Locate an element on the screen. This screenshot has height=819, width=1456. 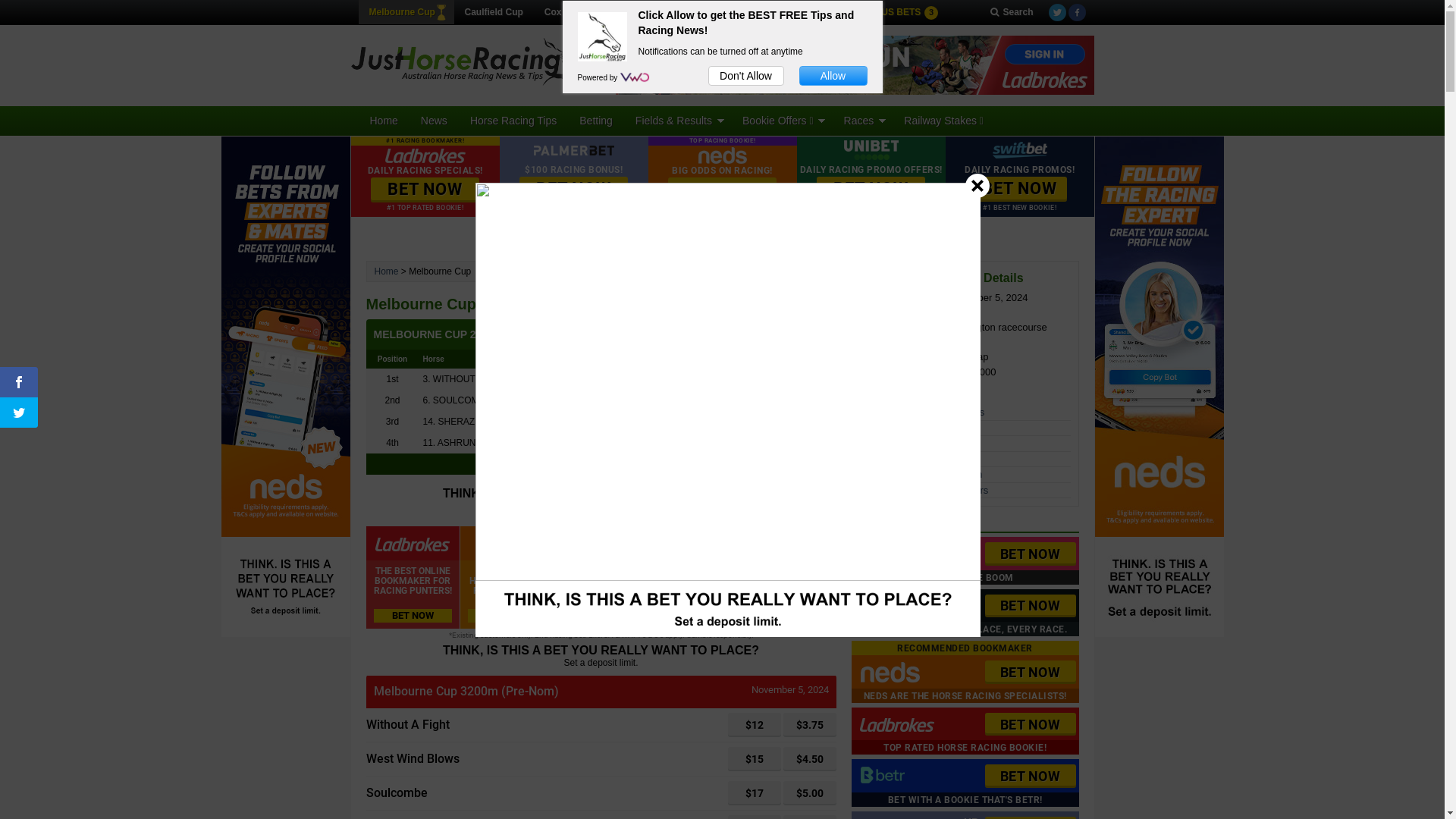
'Don't Allow' is located at coordinates (708, 76).